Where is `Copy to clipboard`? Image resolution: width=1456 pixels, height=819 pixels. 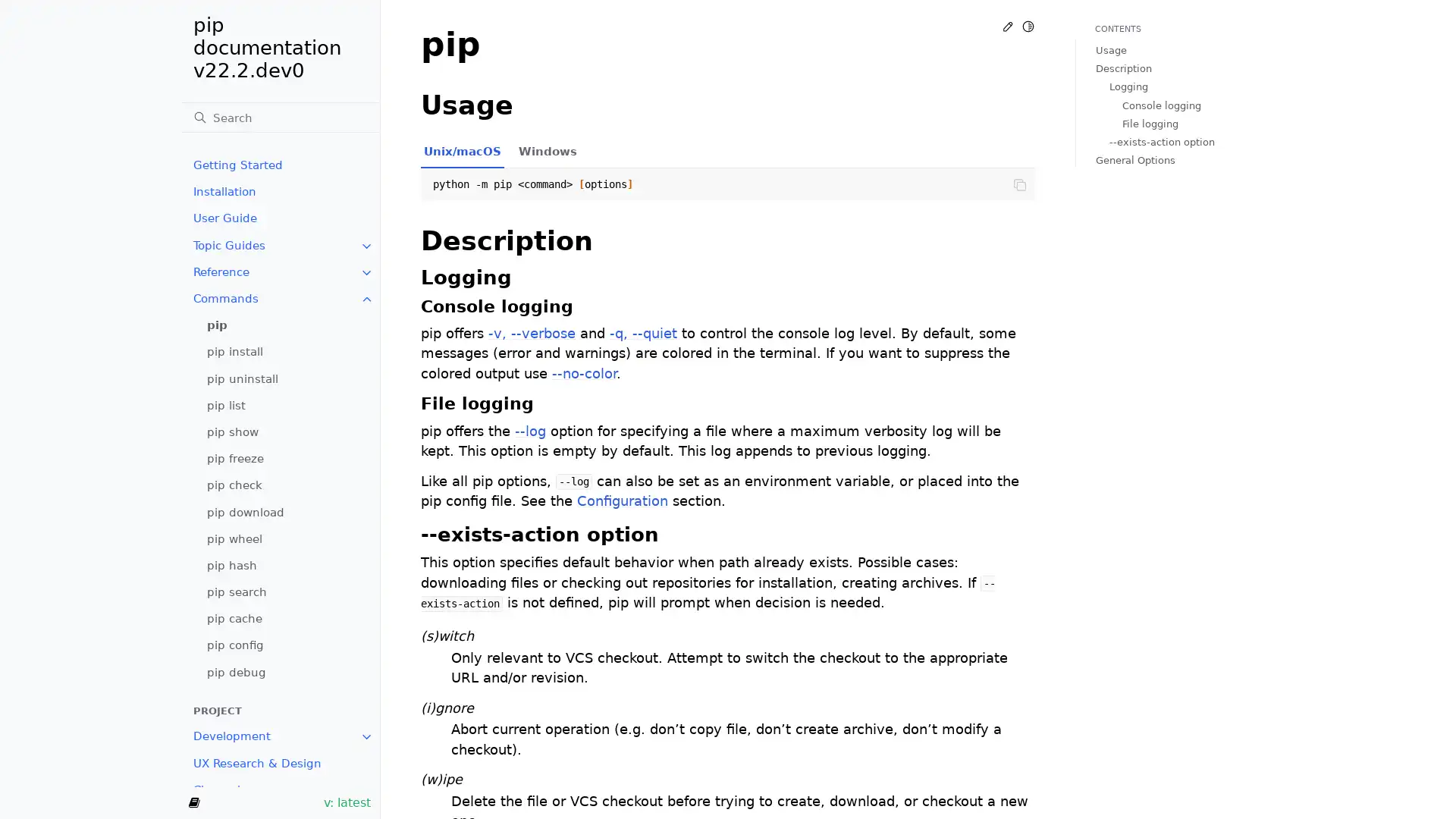
Copy to clipboard is located at coordinates (1019, 184).